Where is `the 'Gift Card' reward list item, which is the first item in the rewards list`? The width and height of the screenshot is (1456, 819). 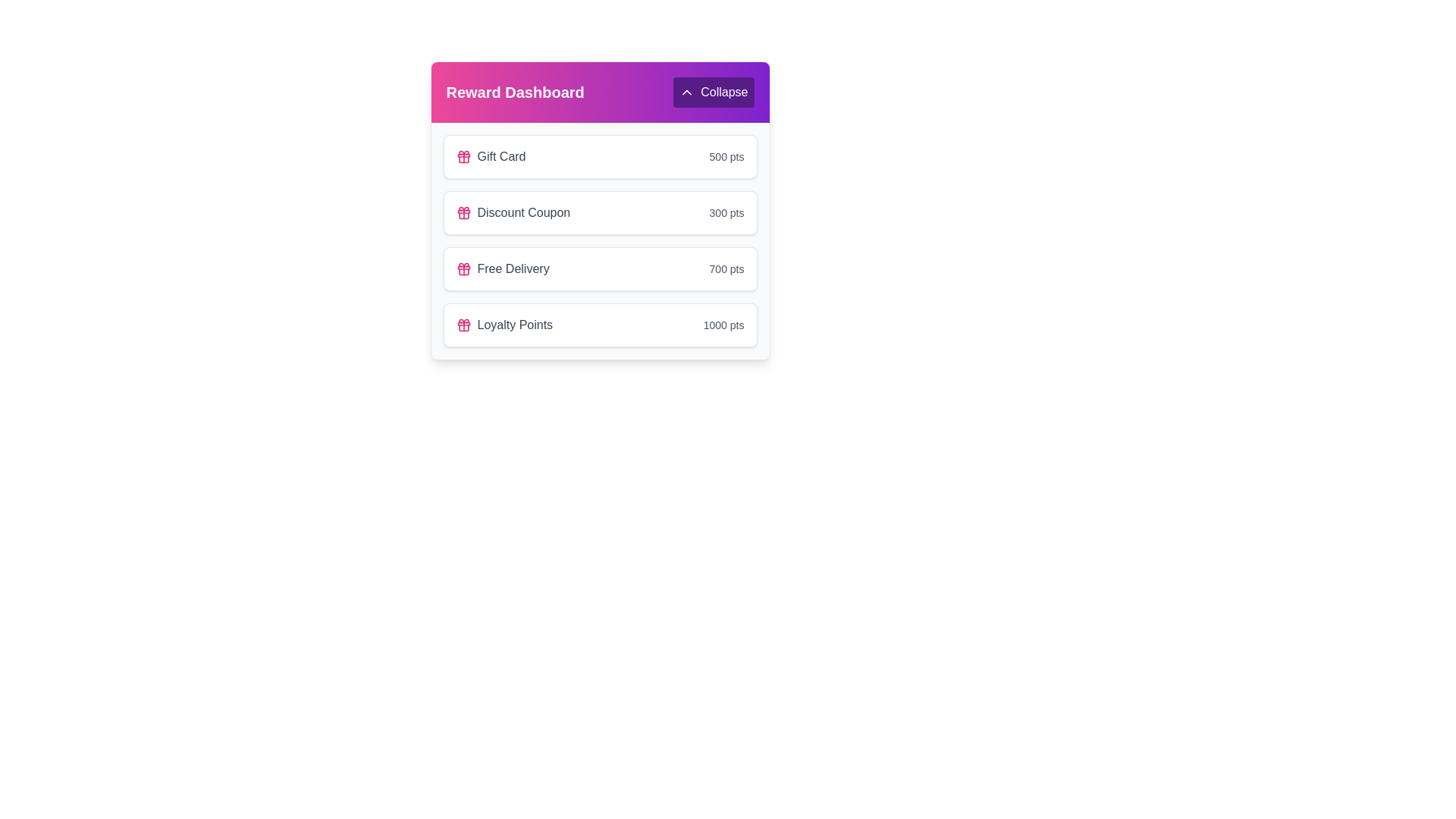
the 'Gift Card' reward list item, which is the first item in the rewards list is located at coordinates (599, 157).